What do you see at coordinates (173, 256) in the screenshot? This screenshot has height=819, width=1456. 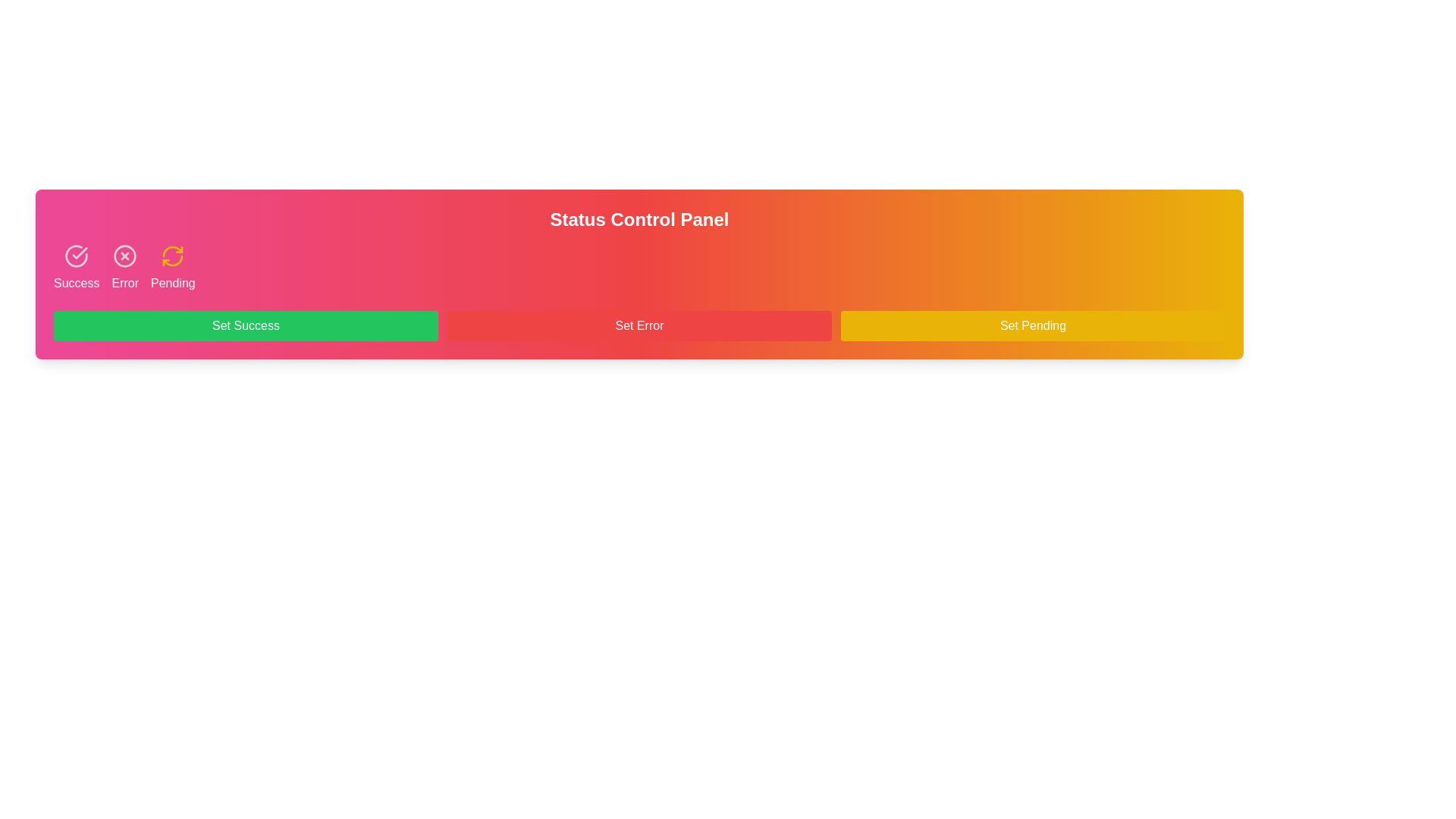 I see `the circular refresh icon with yellow arrows on a pink background` at bounding box center [173, 256].